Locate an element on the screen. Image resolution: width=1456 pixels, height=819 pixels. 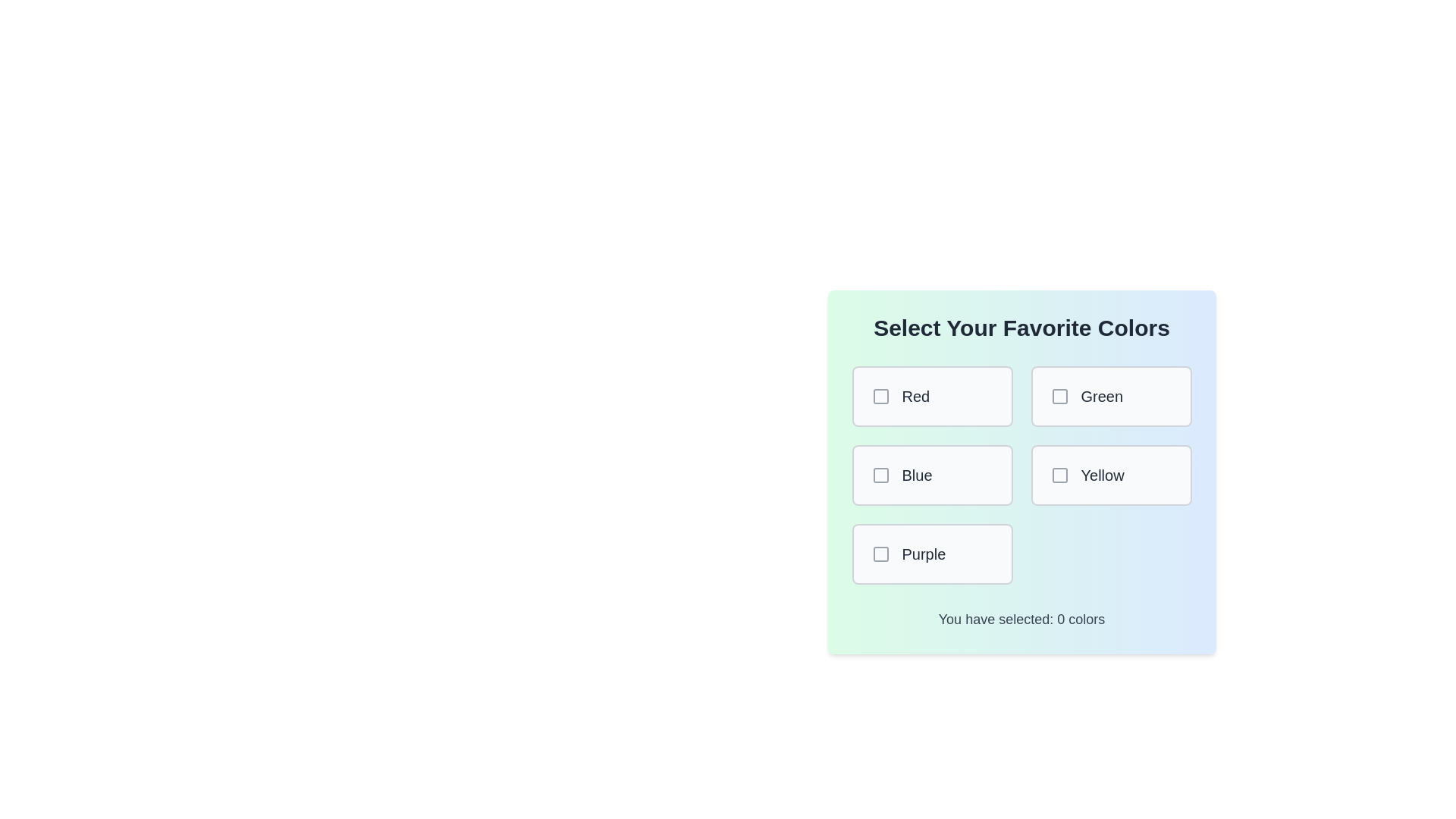
the color Red by clicking its corresponding box is located at coordinates (931, 396).